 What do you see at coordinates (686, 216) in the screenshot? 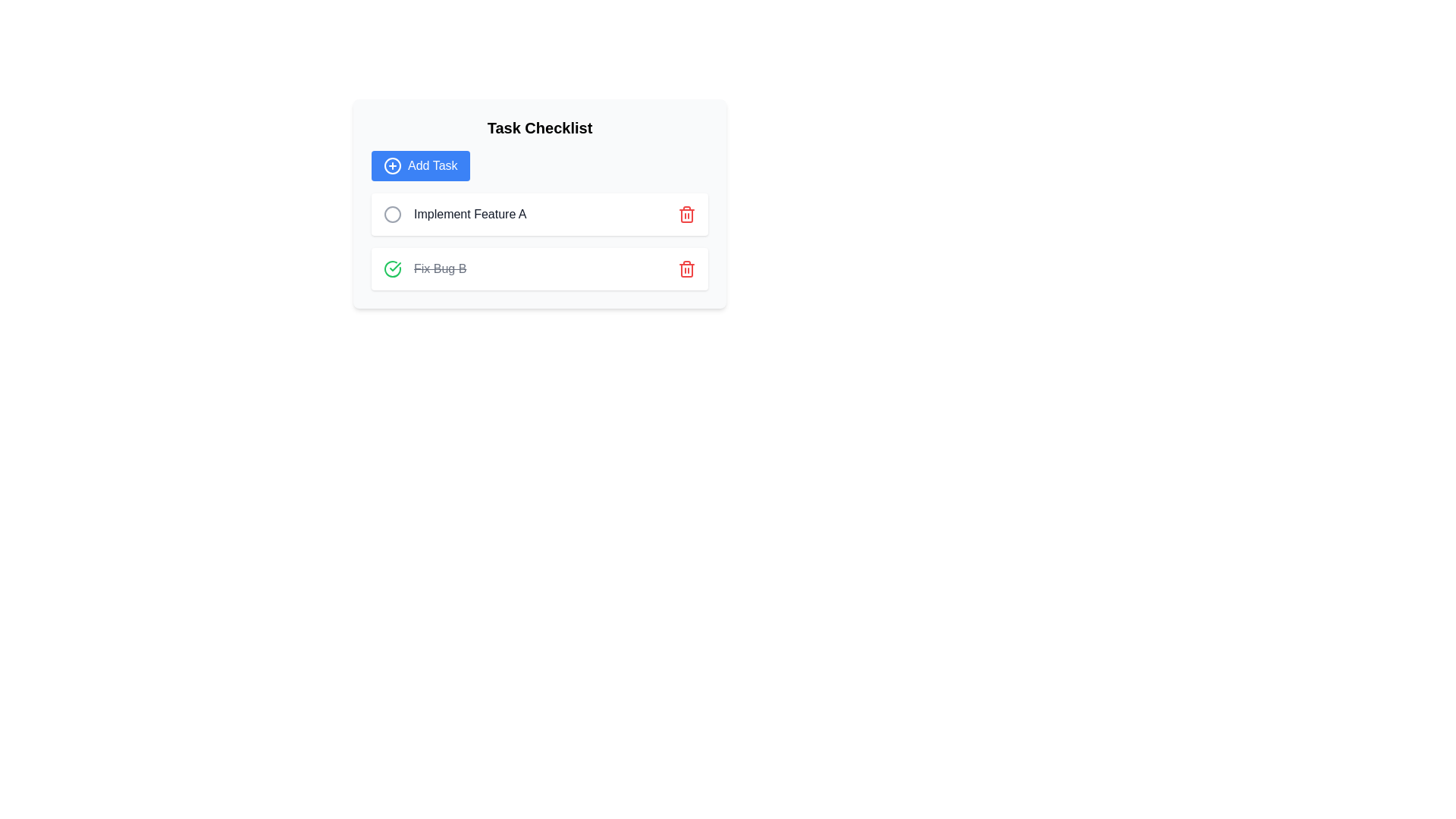
I see `the middle component of the red-colored trash can icon, which is styled with red lines and positioned to the right of the 'Implement Feature A' task row` at bounding box center [686, 216].